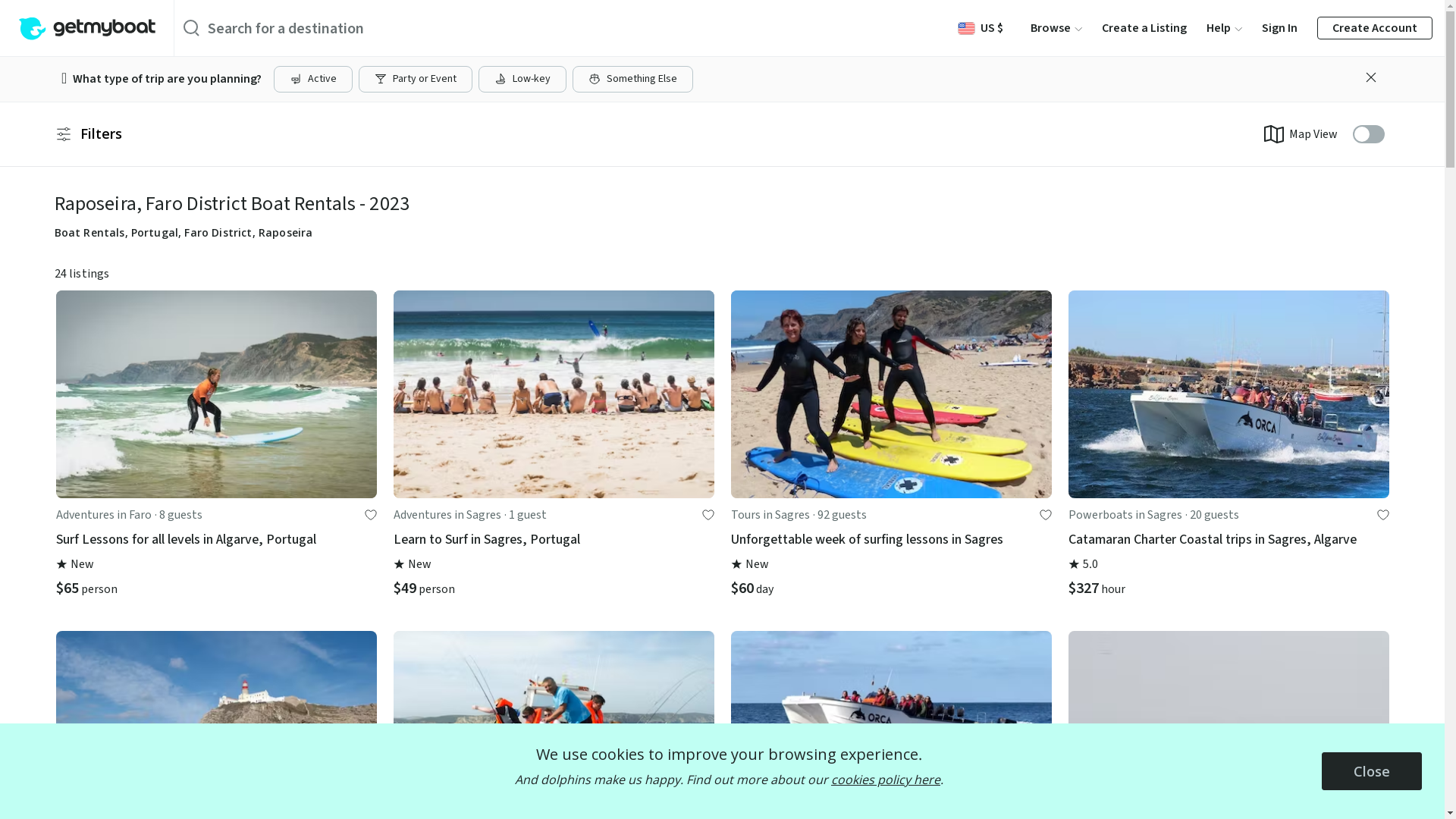  What do you see at coordinates (885, 780) in the screenshot?
I see `'cookies policy here'` at bounding box center [885, 780].